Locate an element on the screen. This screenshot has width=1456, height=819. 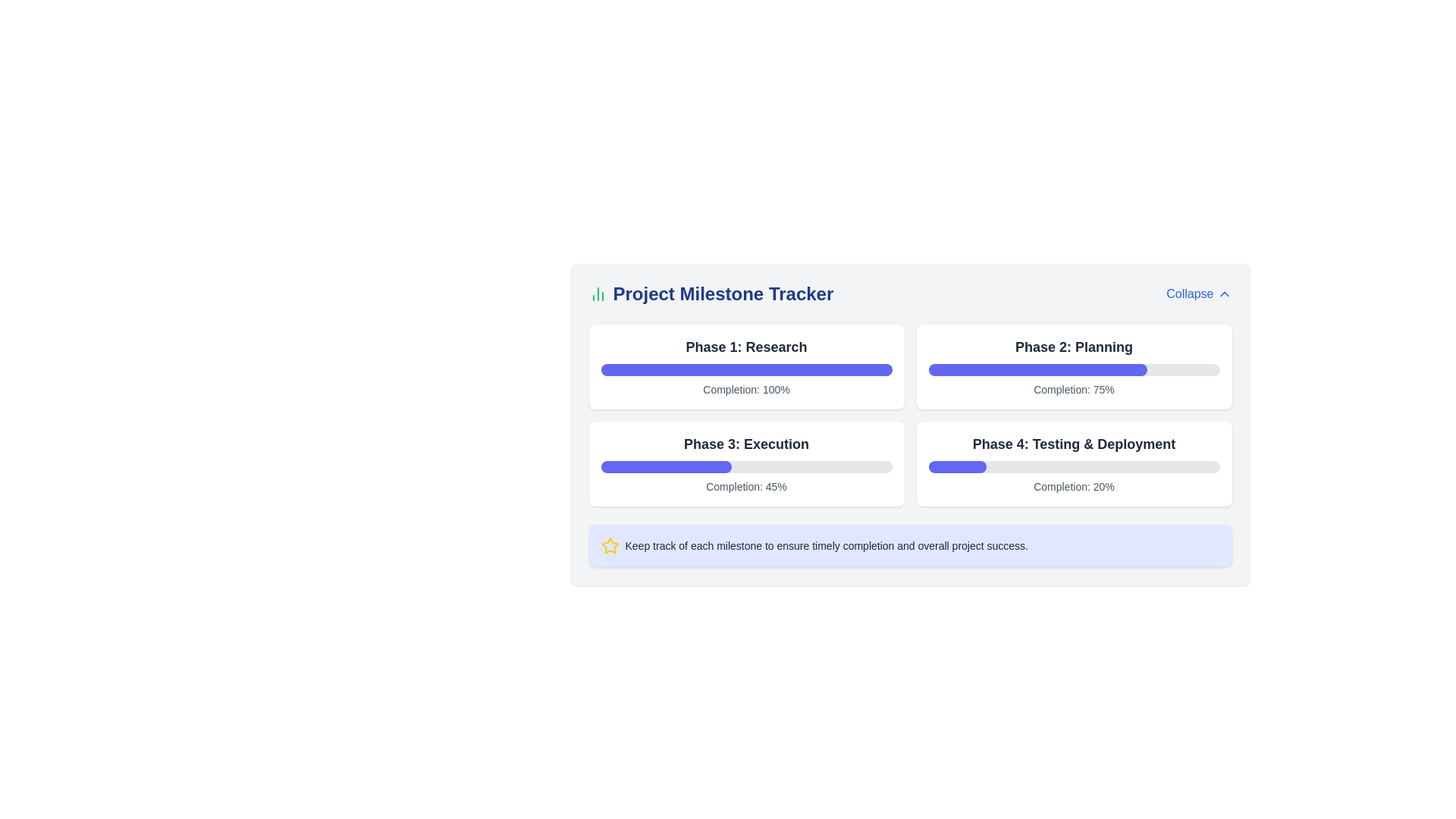
the static text label that indicates the completion percentage for 'Phase 4: Testing & Deployment', located beneath the progress bar in the corresponding card is located at coordinates (1073, 486).